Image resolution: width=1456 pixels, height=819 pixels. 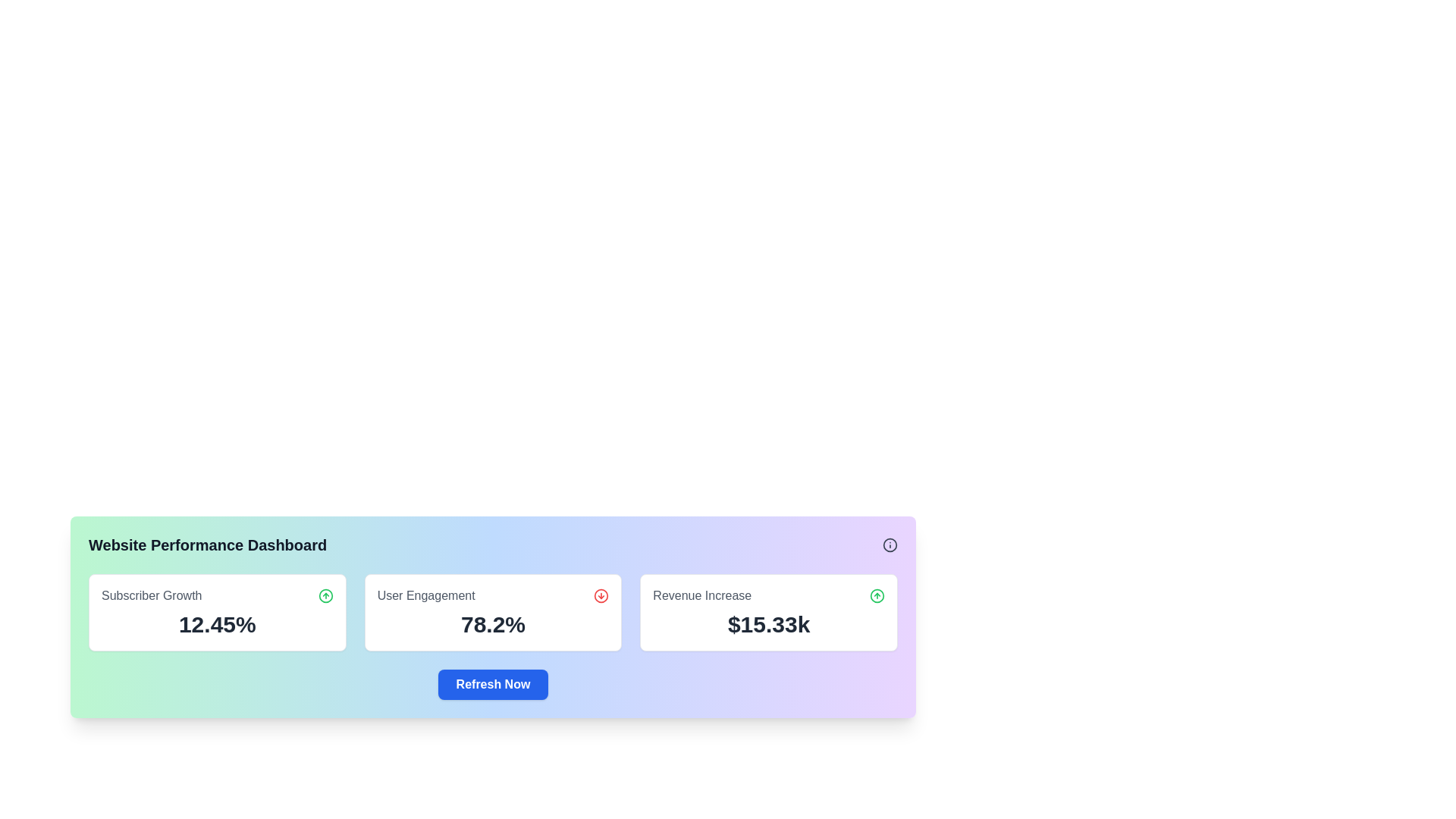 What do you see at coordinates (493, 684) in the screenshot?
I see `the 'Refresh Now' button located centrally within its section to initiate a refresh action for the dashboard data` at bounding box center [493, 684].